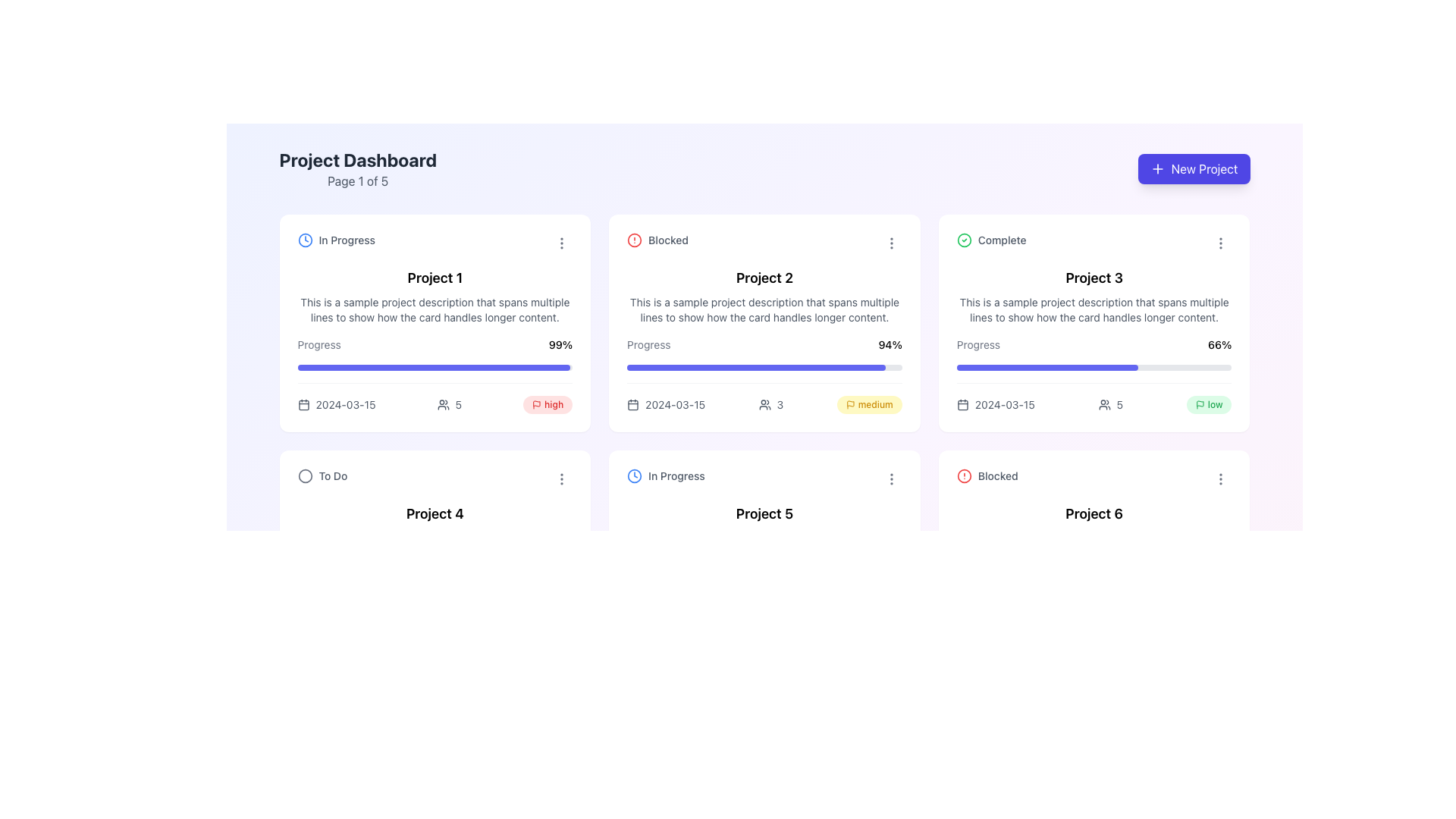 The height and width of the screenshot is (819, 1456). I want to click on the date icon located in the bottom-left section of the 'Project 2' card in the dashboard interface, which serves as a visual representation for the date '2024-03-15', so click(633, 403).